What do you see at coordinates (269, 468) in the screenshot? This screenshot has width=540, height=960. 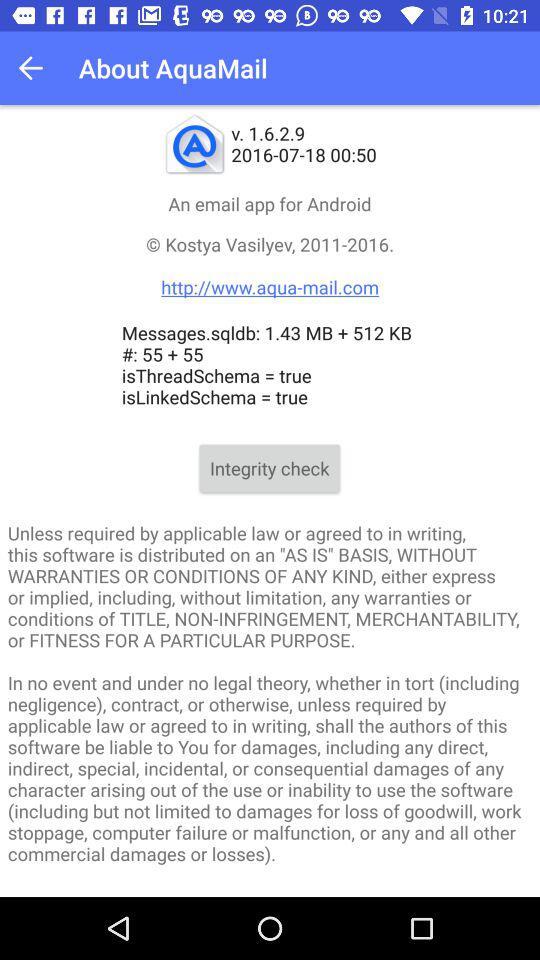 I see `the app below messages sqldb 1` at bounding box center [269, 468].